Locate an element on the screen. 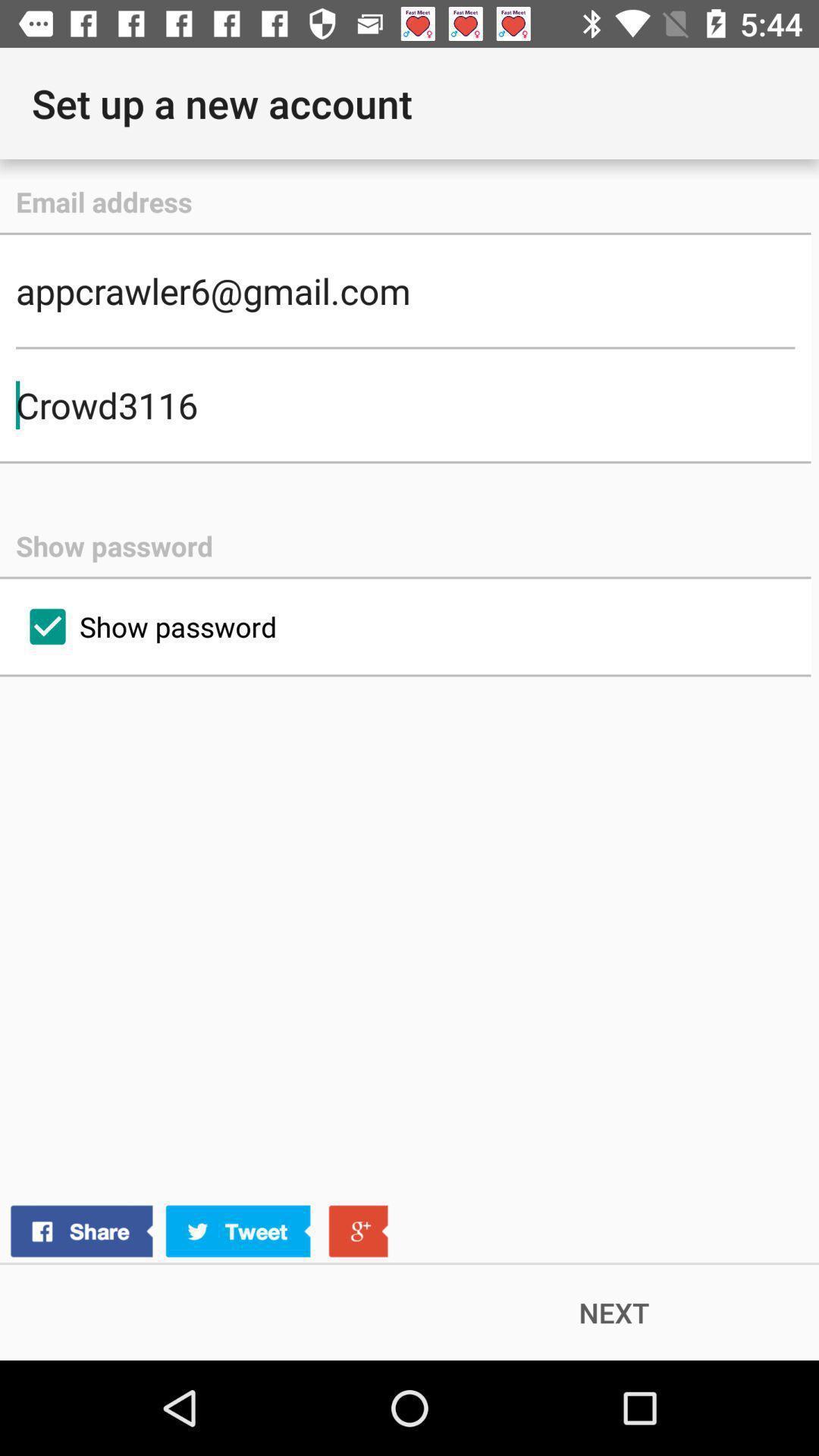 The image size is (819, 1456). the item at the bottom right corner is located at coordinates (614, 1312).